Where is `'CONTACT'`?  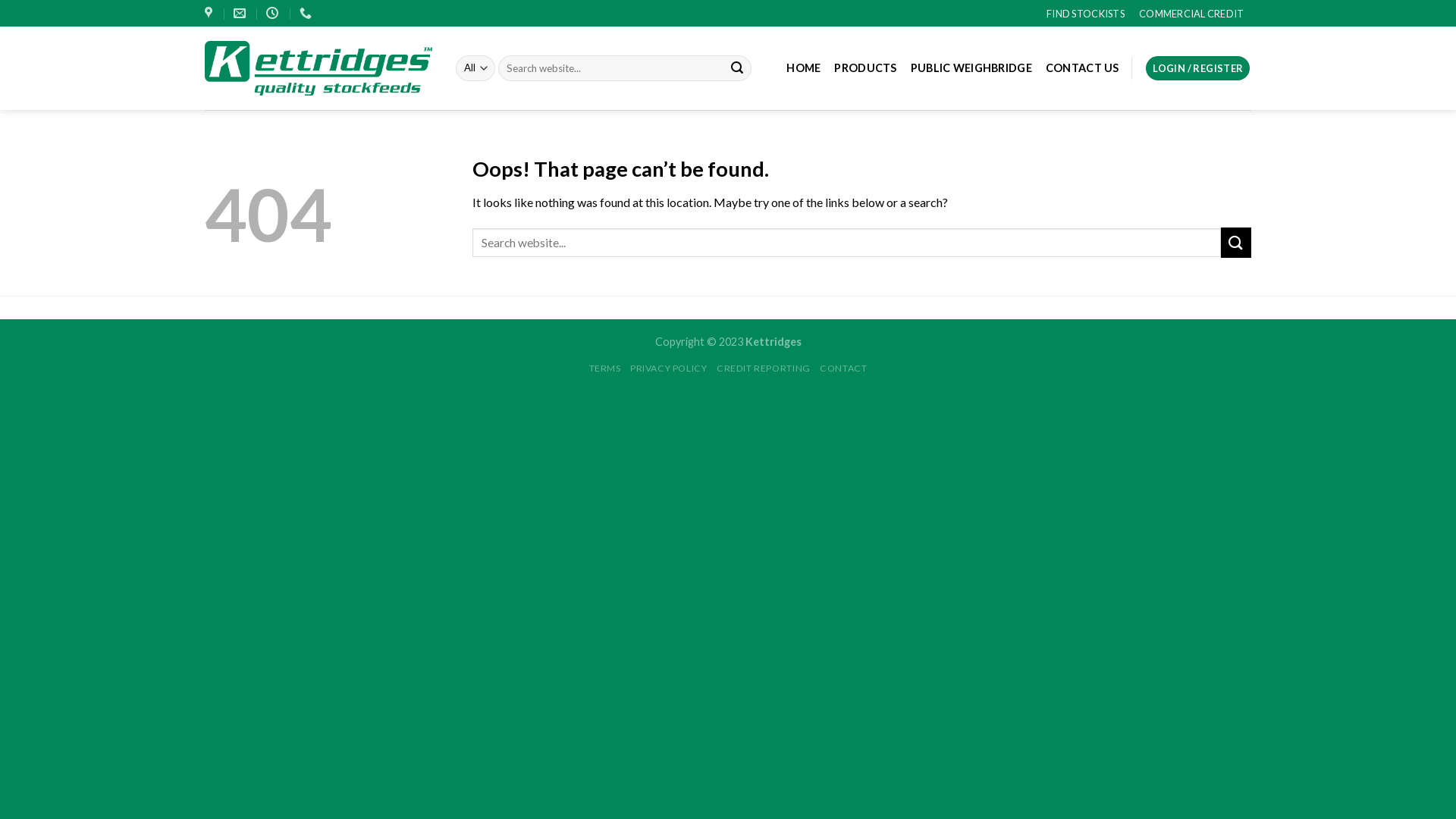
'CONTACT' is located at coordinates (843, 368).